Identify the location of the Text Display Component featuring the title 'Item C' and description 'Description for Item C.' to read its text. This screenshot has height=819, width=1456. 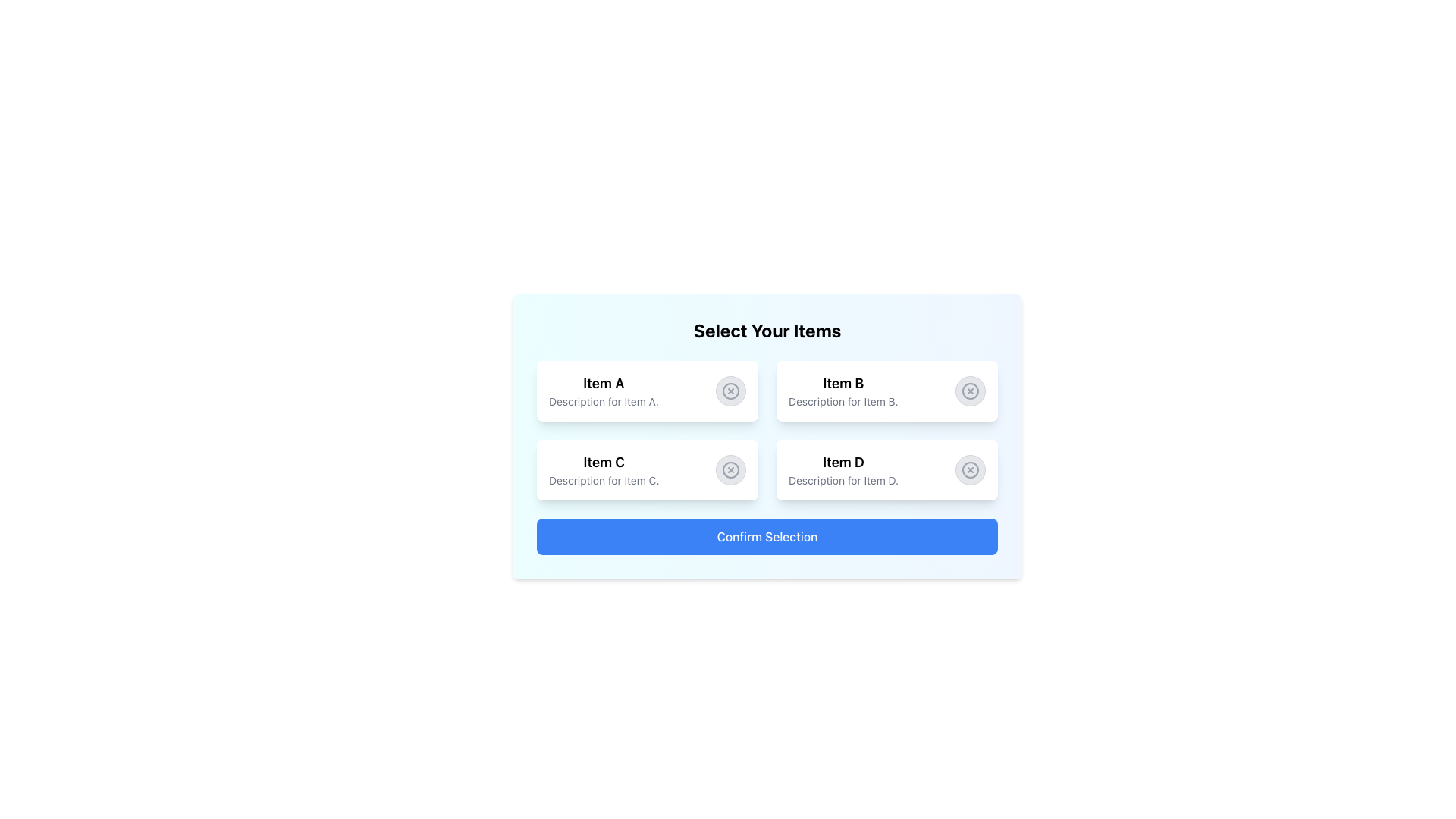
(603, 469).